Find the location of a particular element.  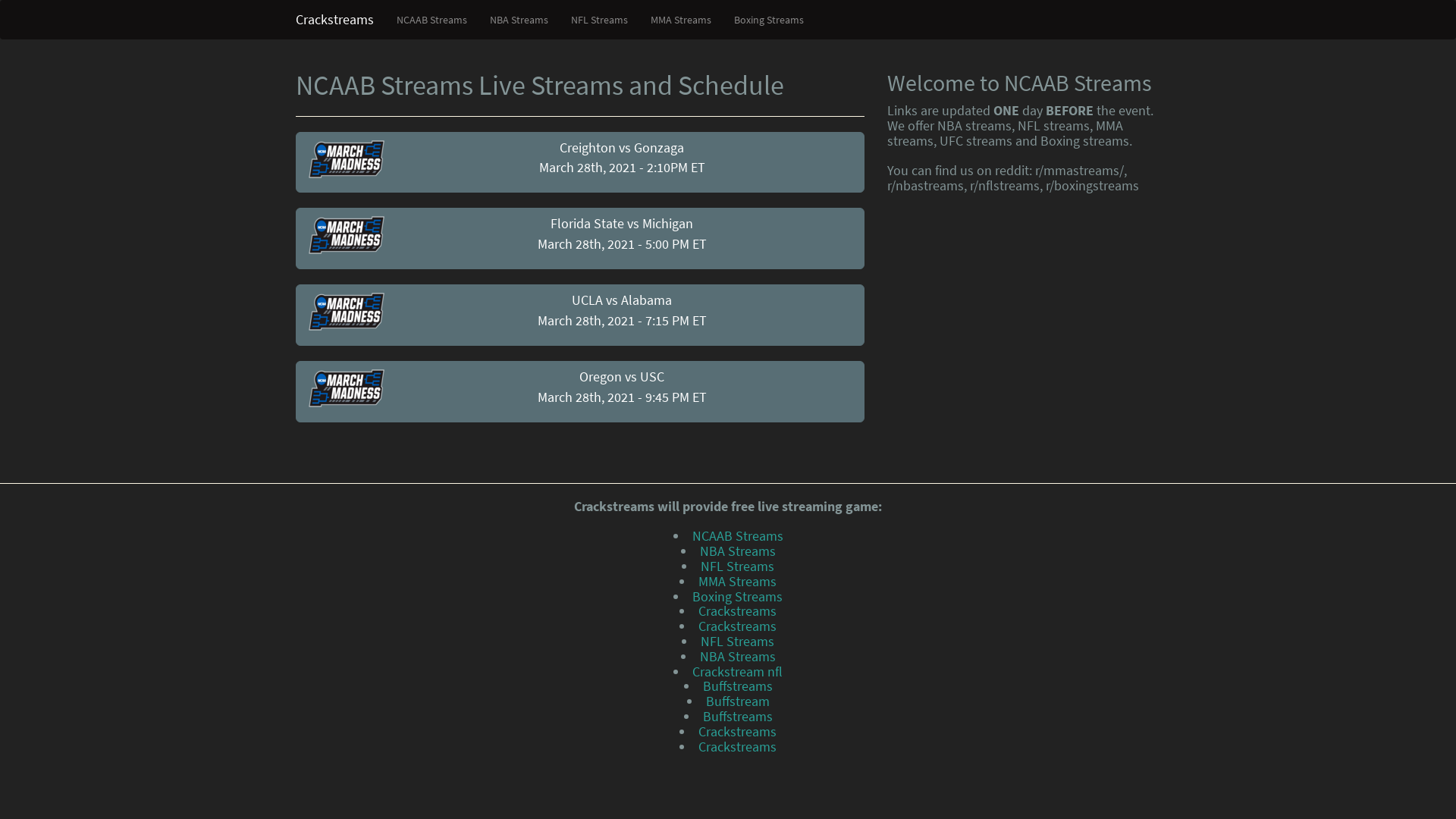

'NCAAB Streams' is located at coordinates (345, 234).